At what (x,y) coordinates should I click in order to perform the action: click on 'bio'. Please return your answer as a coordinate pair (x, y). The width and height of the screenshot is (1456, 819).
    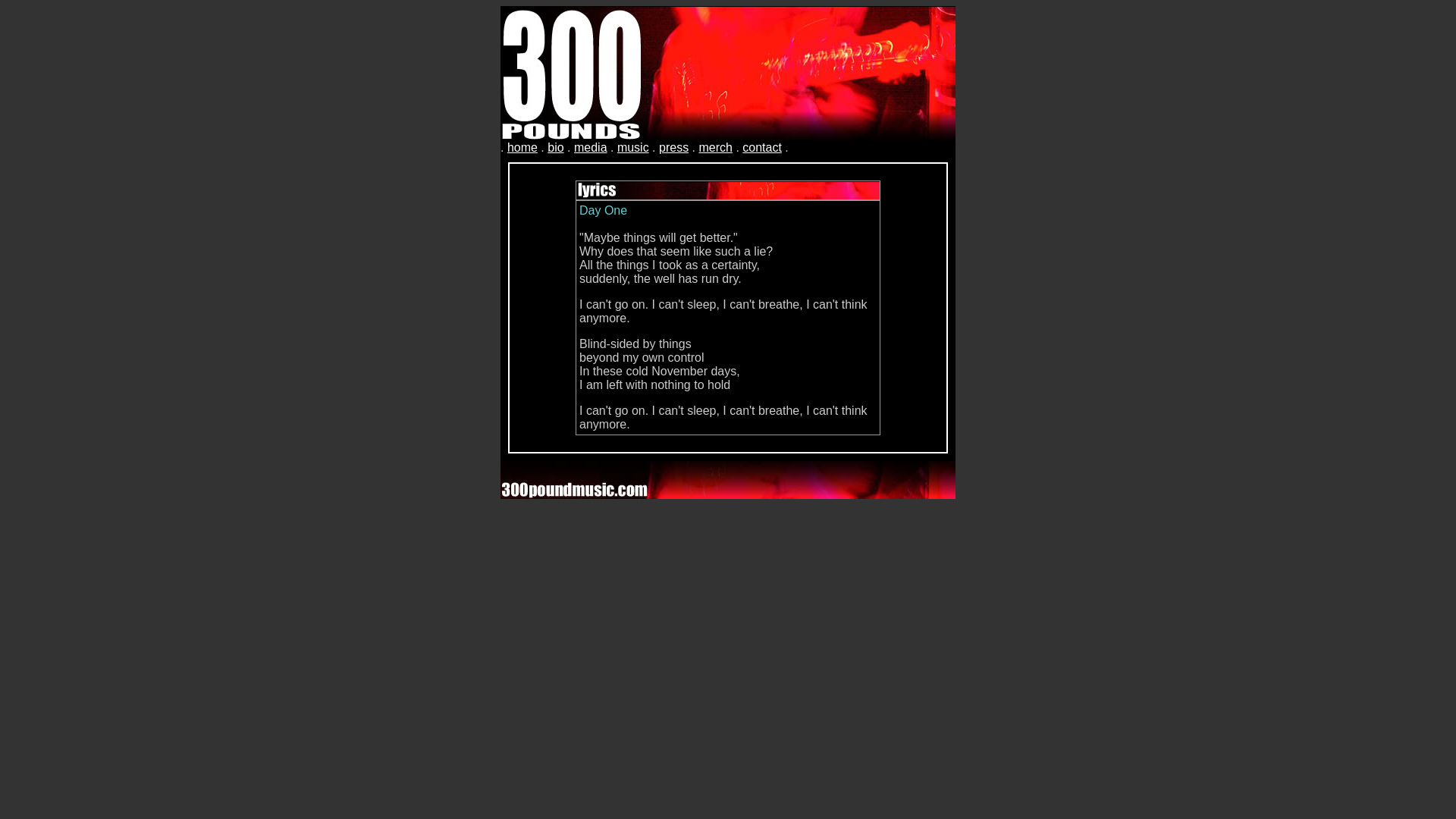
    Looking at the image, I should click on (554, 147).